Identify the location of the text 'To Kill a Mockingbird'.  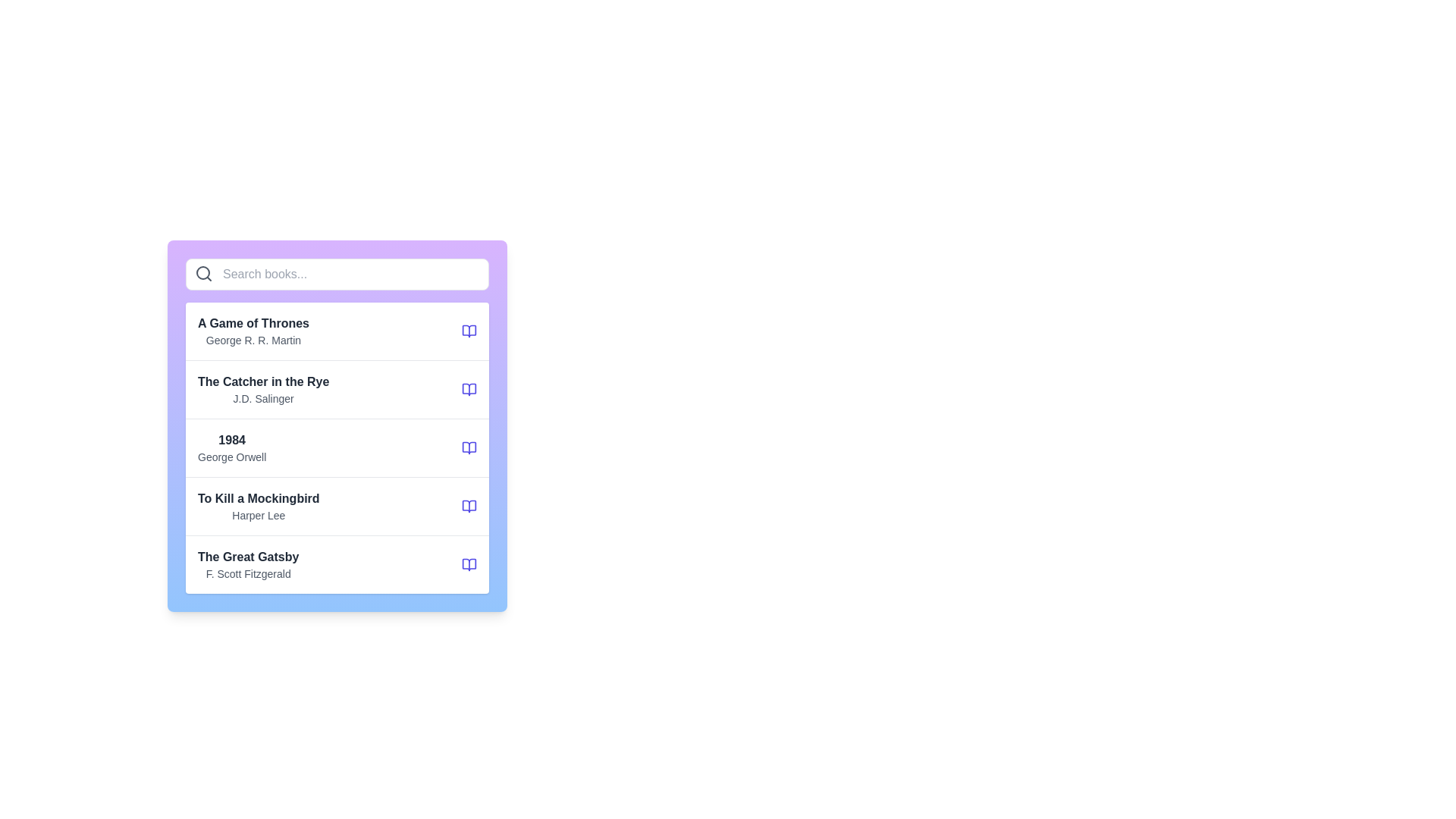
(258, 499).